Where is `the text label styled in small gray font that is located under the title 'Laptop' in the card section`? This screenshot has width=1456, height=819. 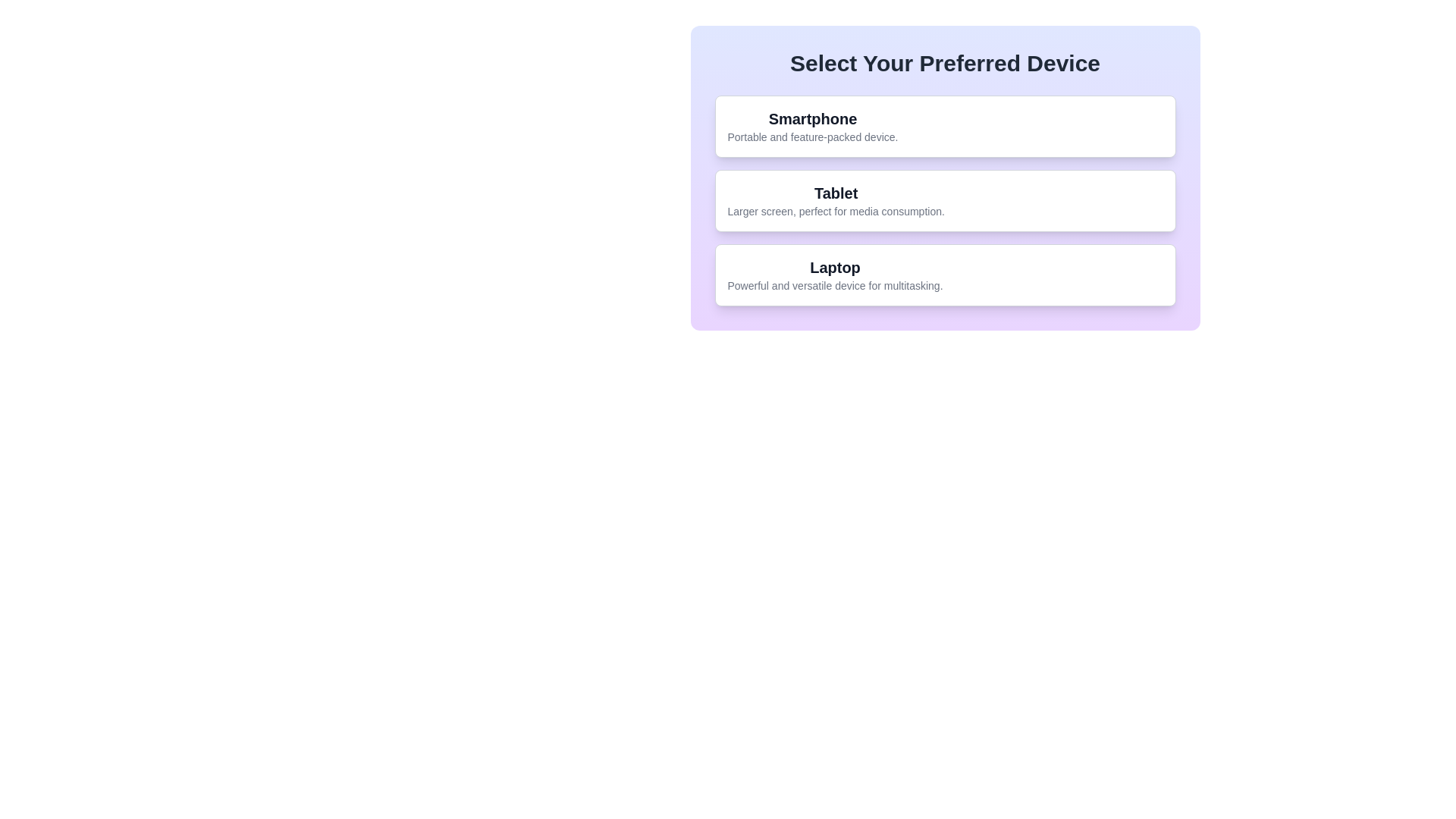
the text label styled in small gray font that is located under the title 'Laptop' in the card section is located at coordinates (834, 286).